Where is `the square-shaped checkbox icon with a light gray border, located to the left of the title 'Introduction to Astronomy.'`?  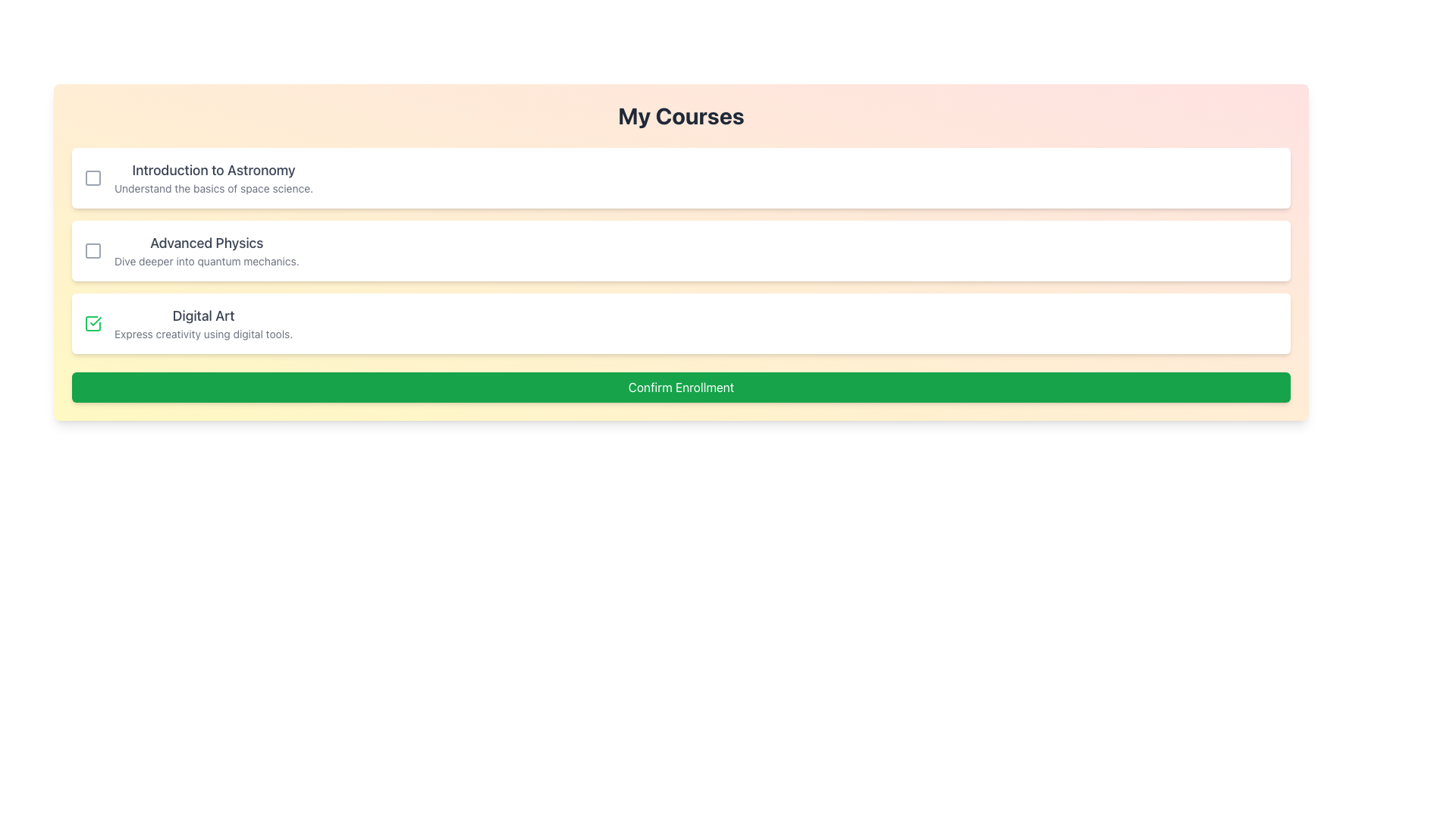 the square-shaped checkbox icon with a light gray border, located to the left of the title 'Introduction to Astronomy.' is located at coordinates (93, 177).